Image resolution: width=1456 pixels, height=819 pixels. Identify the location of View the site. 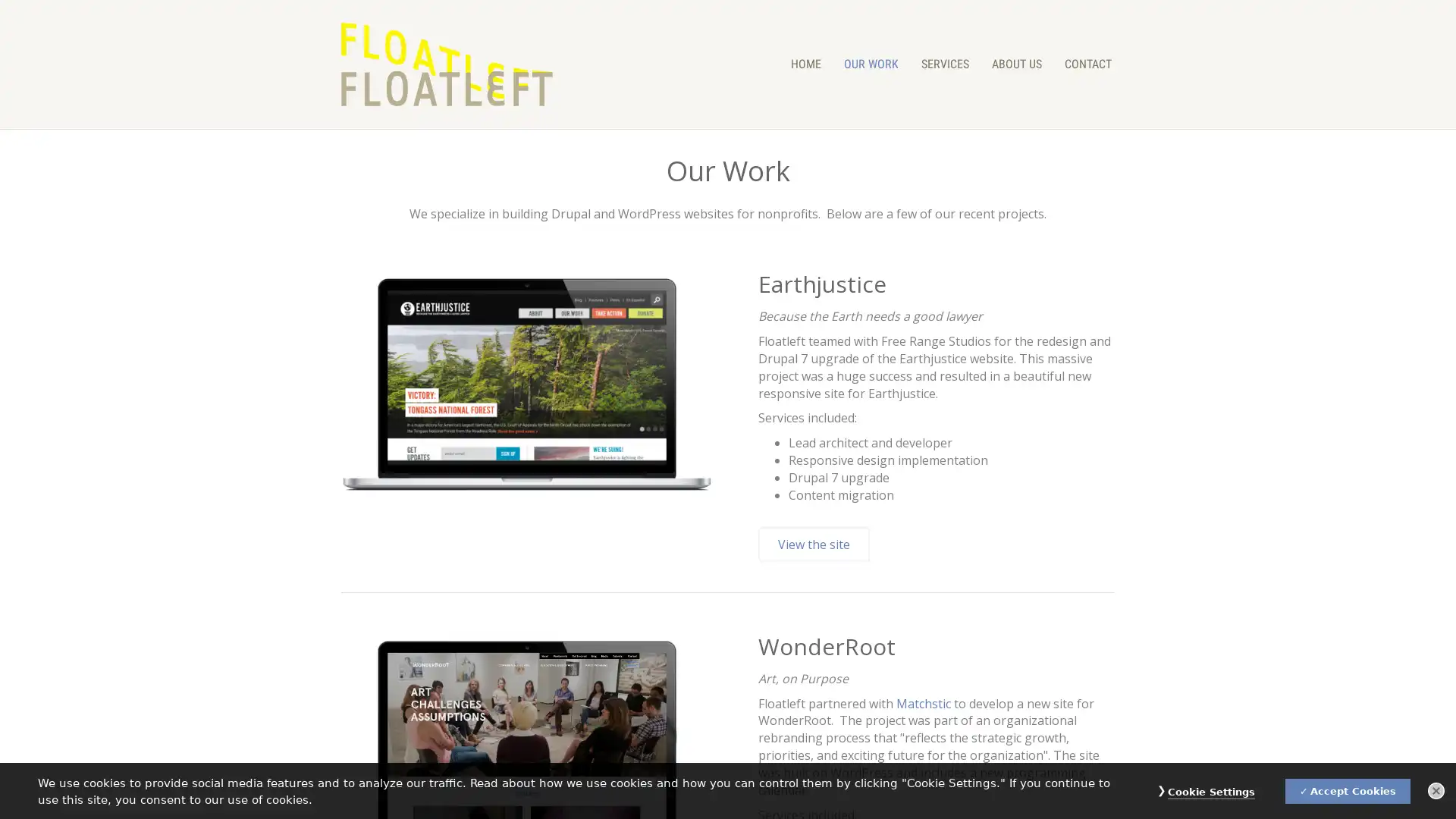
(813, 543).